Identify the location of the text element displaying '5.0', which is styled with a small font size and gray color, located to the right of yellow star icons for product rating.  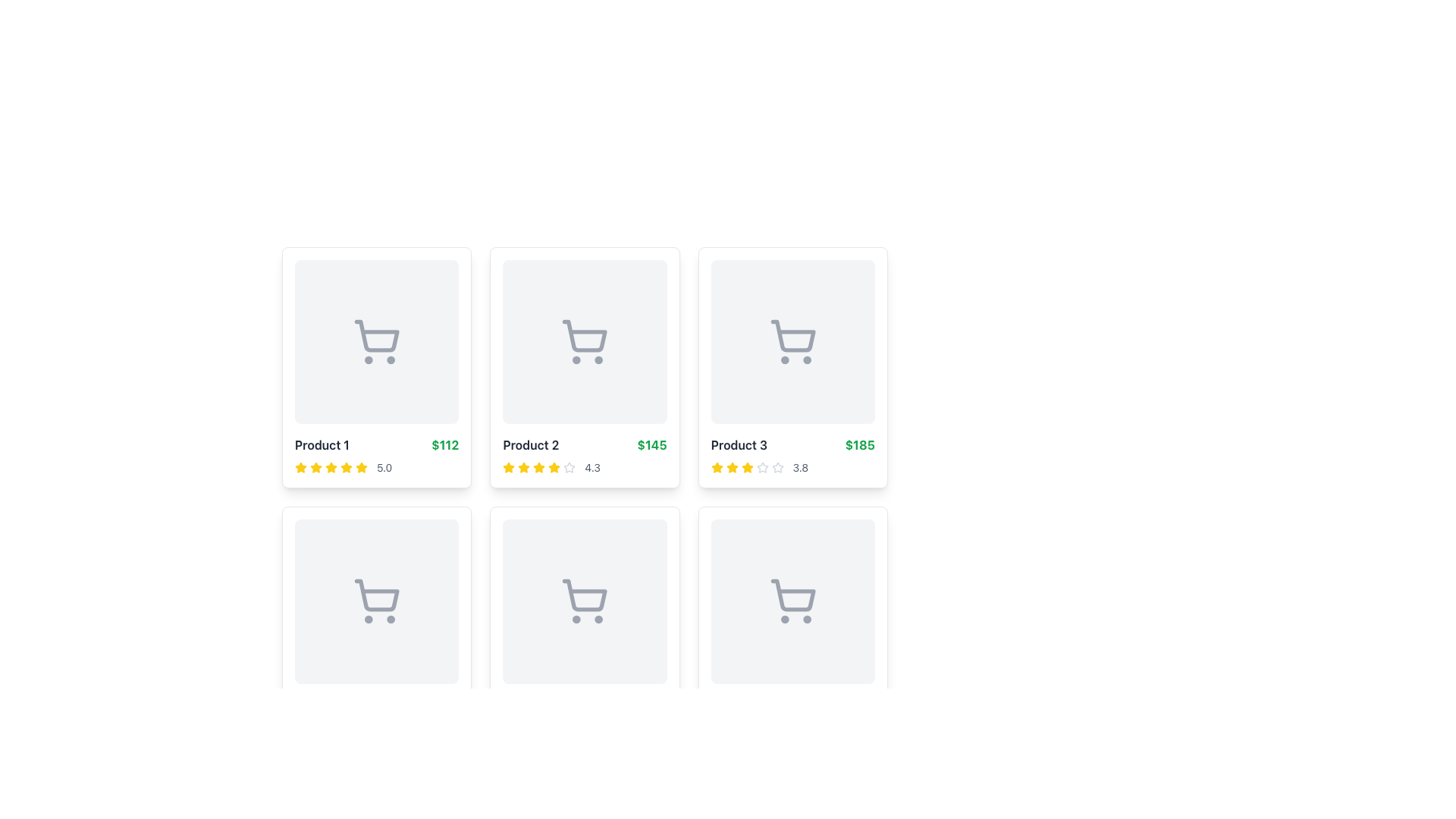
(384, 467).